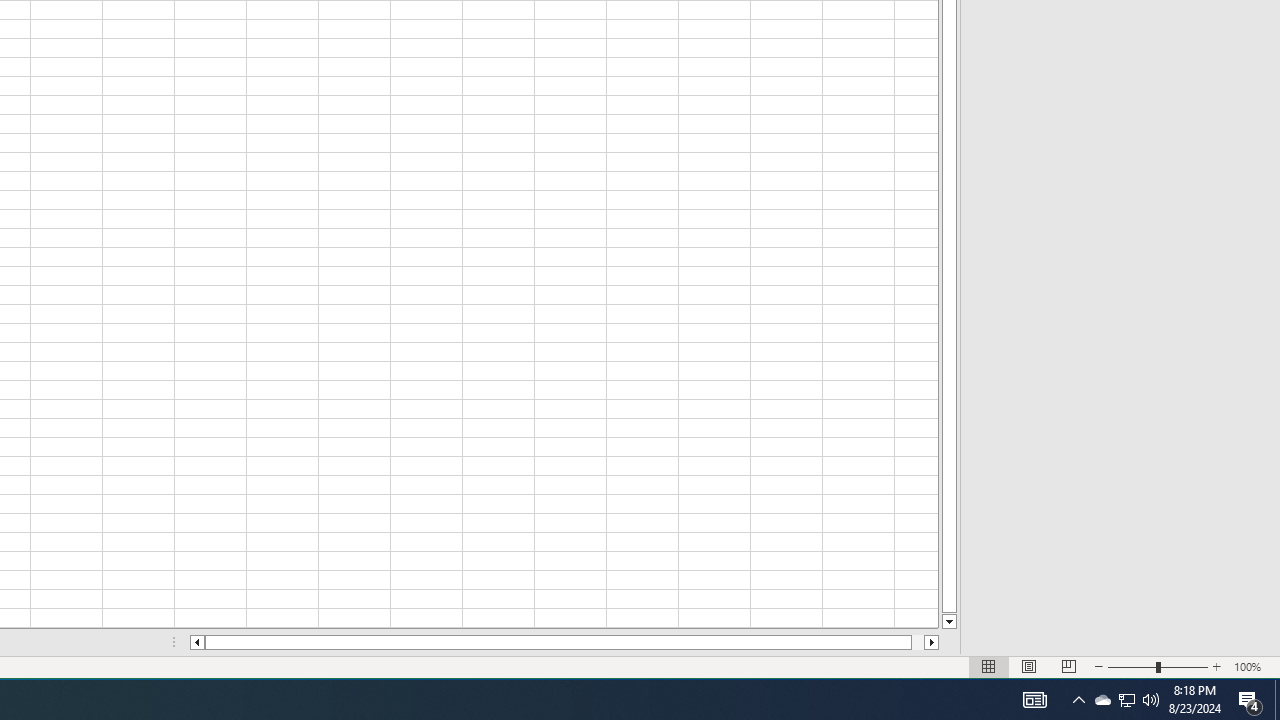 This screenshot has width=1280, height=720. I want to click on 'Show desktop', so click(1276, 698).